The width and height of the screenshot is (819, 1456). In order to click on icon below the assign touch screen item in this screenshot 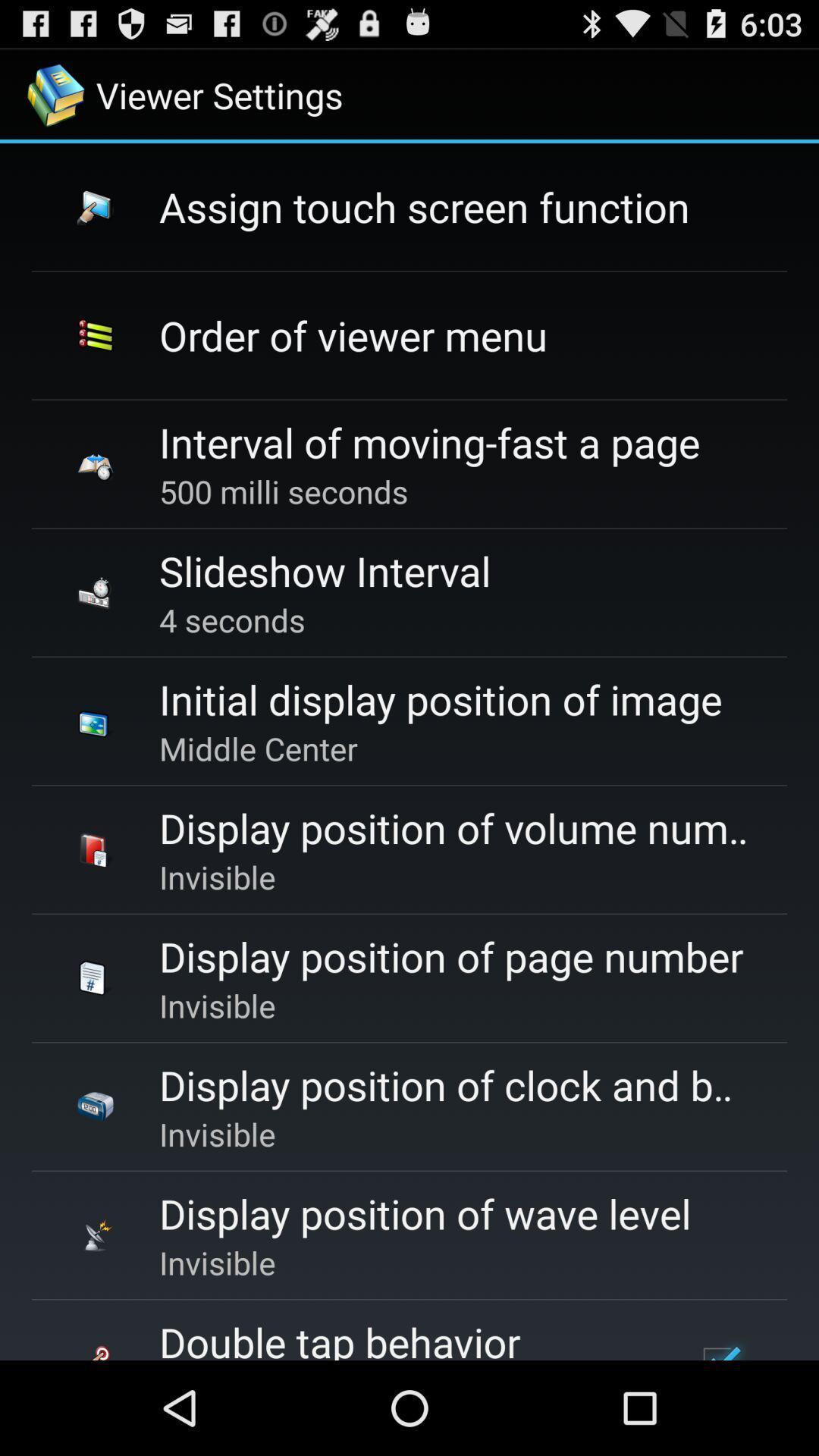, I will do `click(353, 334)`.